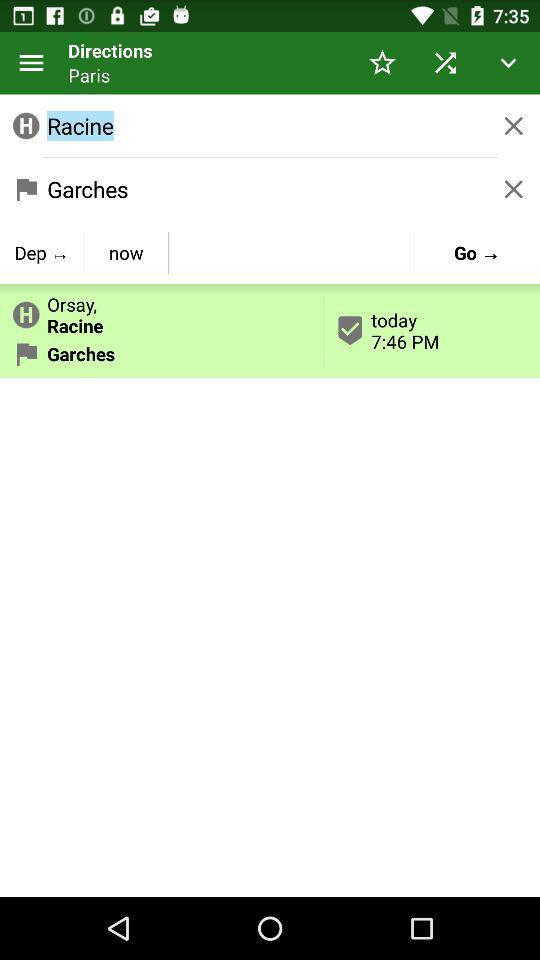 Image resolution: width=540 pixels, height=960 pixels. Describe the element at coordinates (30, 62) in the screenshot. I see `the icon to the left of directions item` at that location.